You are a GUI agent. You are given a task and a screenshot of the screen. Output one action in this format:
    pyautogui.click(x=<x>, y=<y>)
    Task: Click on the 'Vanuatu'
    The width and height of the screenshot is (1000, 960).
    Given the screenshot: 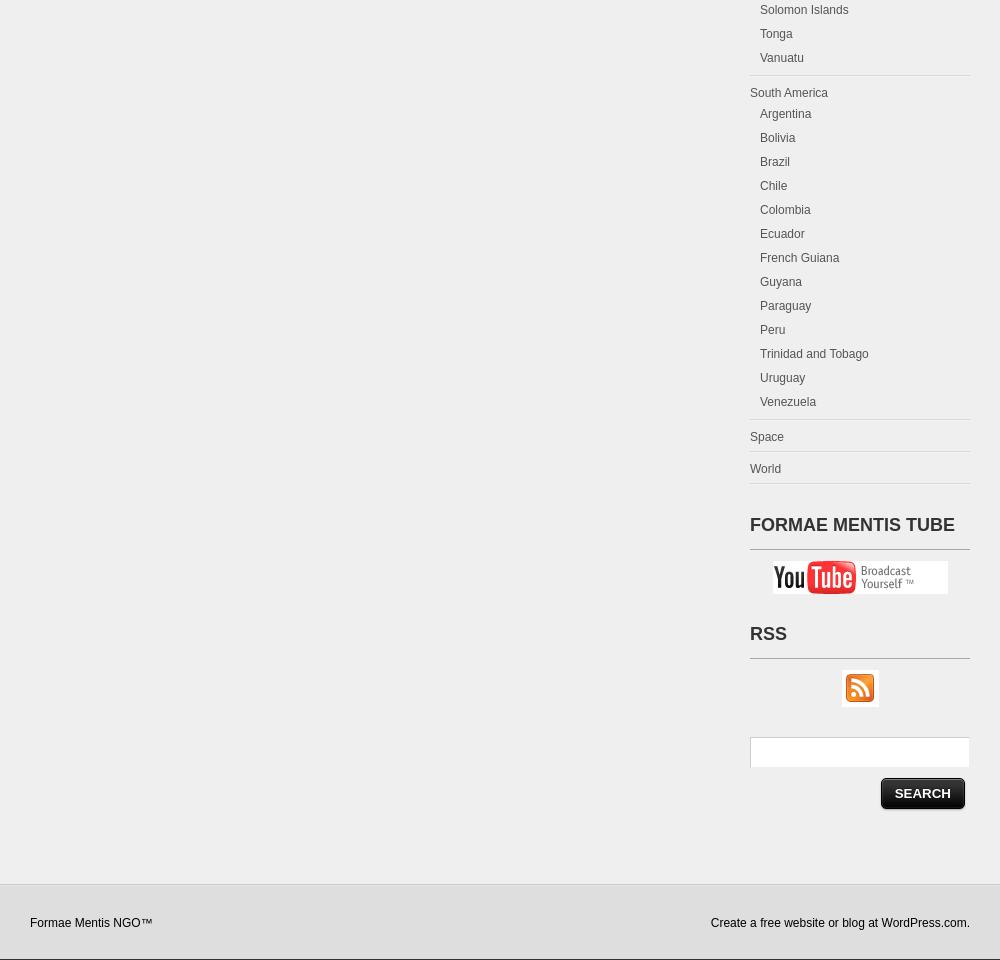 What is the action you would take?
    pyautogui.click(x=760, y=56)
    